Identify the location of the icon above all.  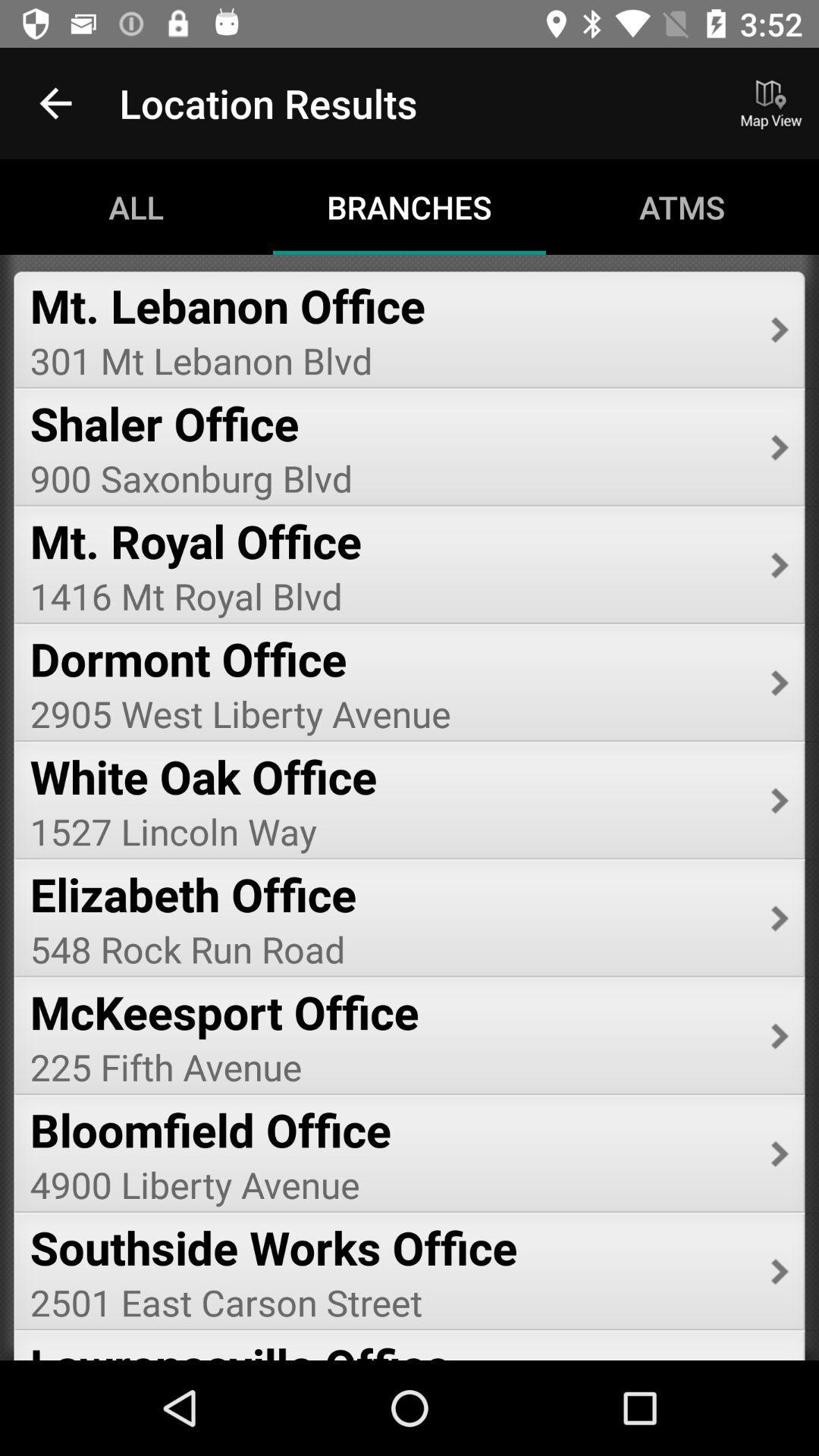
(55, 102).